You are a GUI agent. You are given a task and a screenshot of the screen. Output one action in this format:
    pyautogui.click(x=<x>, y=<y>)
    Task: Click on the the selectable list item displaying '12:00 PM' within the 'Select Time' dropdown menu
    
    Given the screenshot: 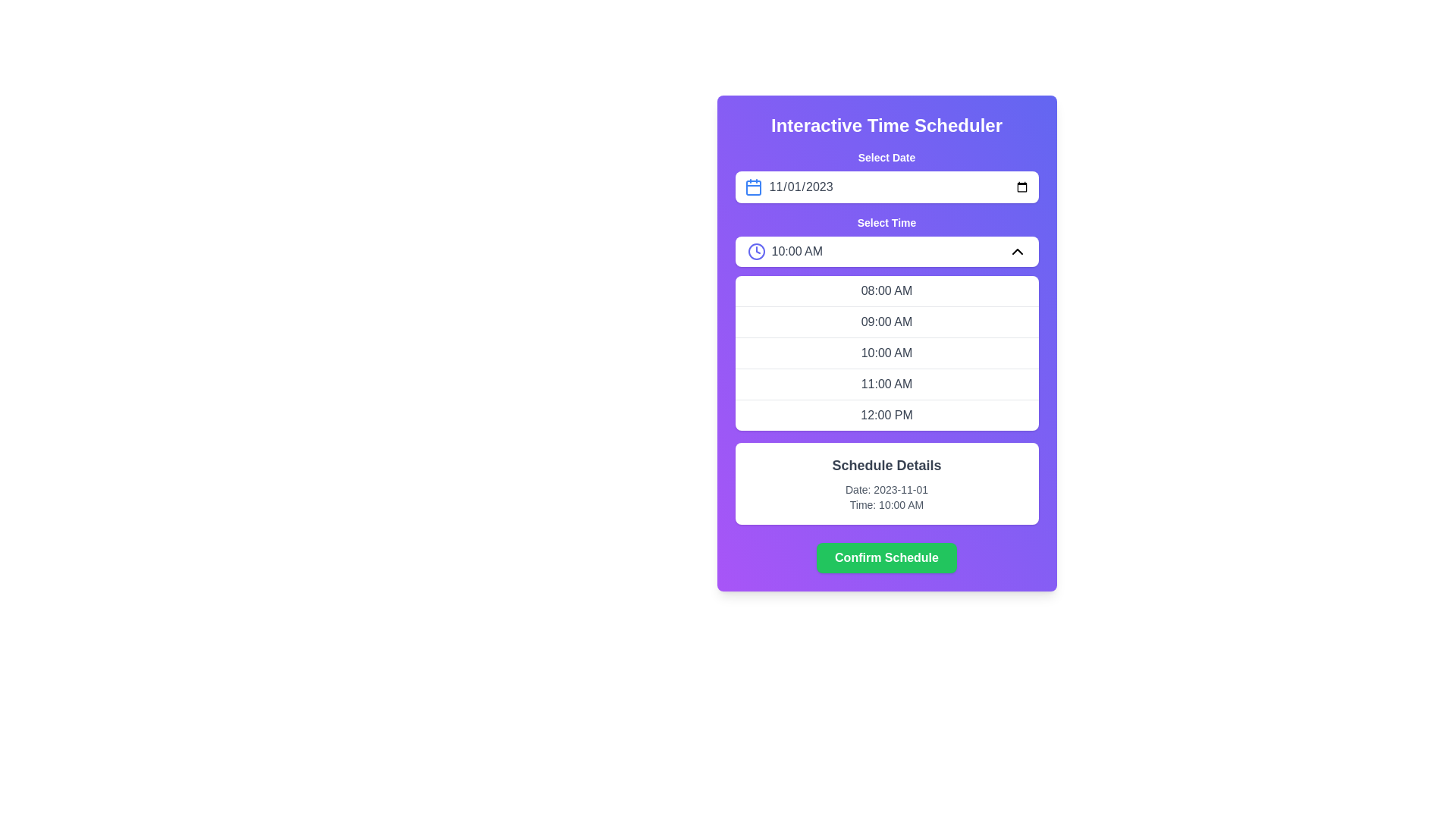 What is the action you would take?
    pyautogui.click(x=886, y=415)
    